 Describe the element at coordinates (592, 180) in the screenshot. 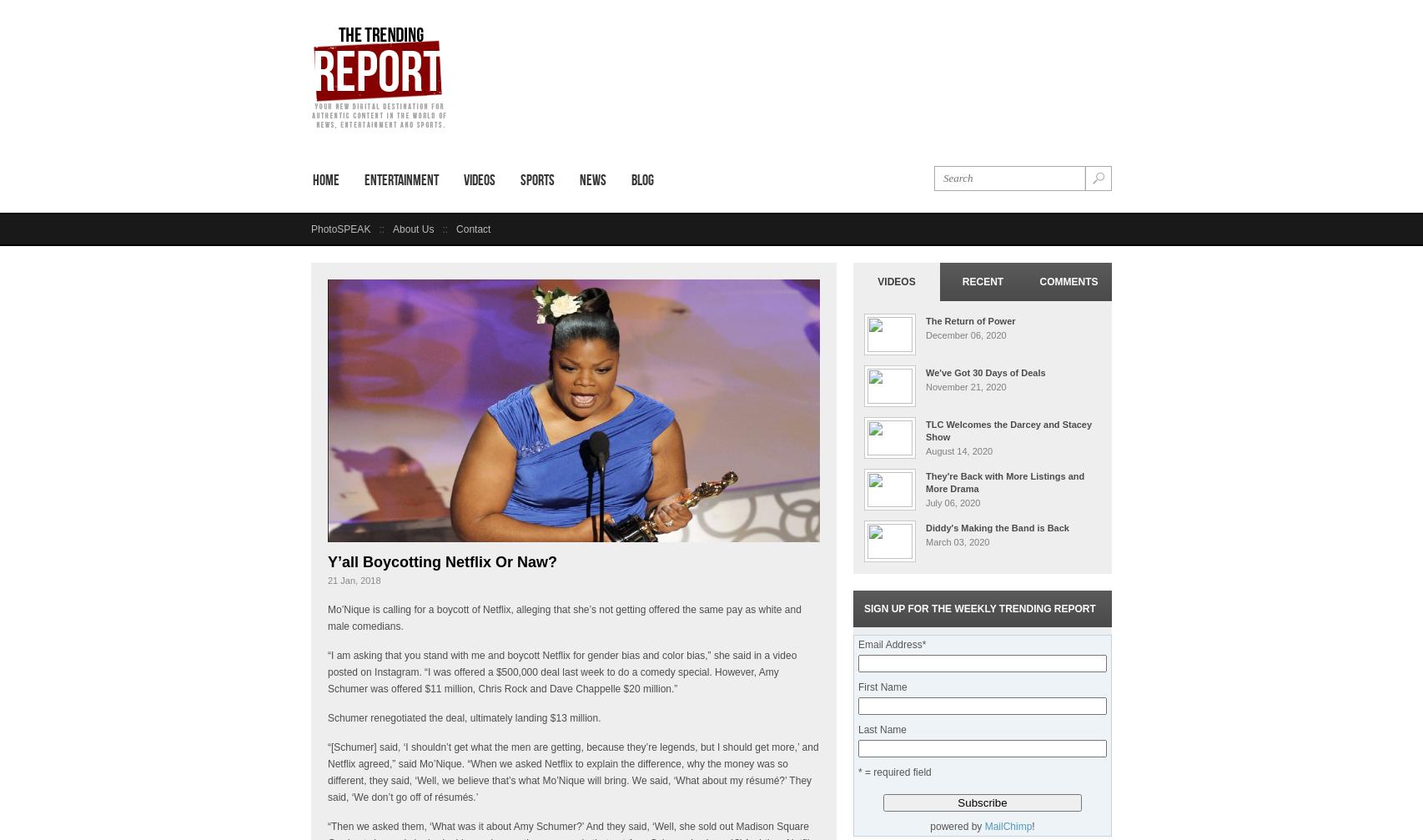

I see `'News'` at that location.